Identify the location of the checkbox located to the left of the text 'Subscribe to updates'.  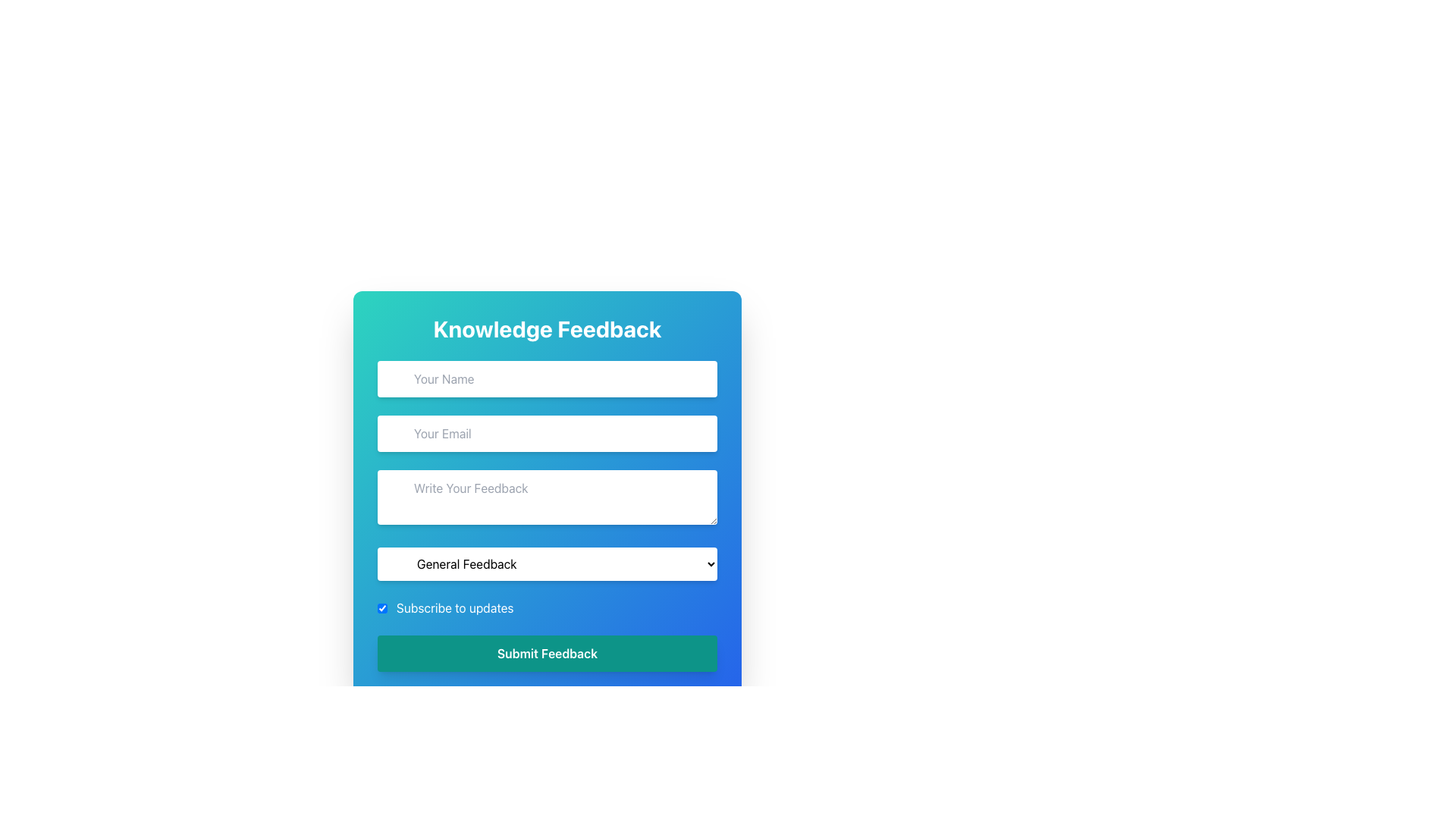
(382, 607).